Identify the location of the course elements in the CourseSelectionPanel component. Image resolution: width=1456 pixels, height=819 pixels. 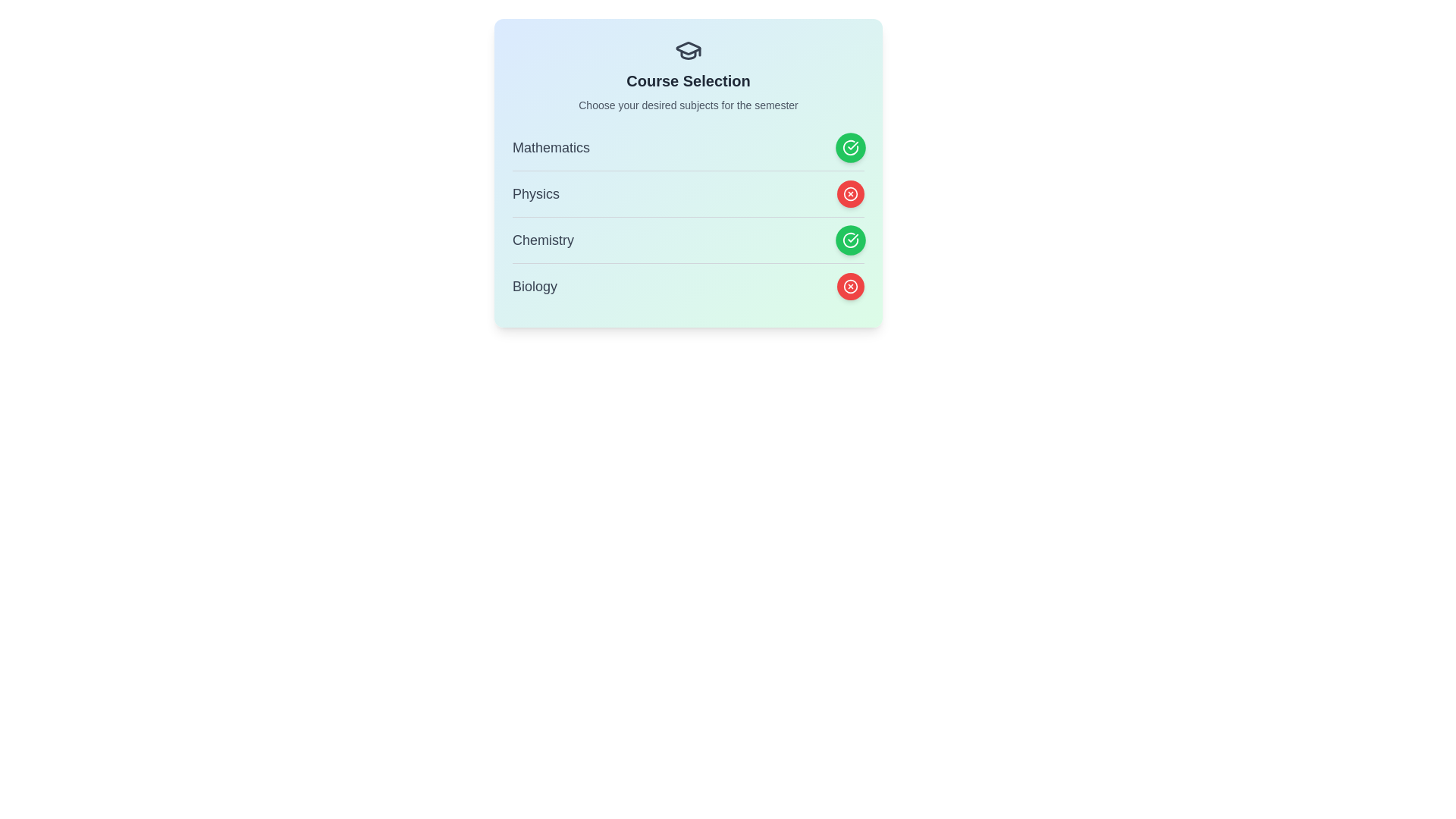
(687, 172).